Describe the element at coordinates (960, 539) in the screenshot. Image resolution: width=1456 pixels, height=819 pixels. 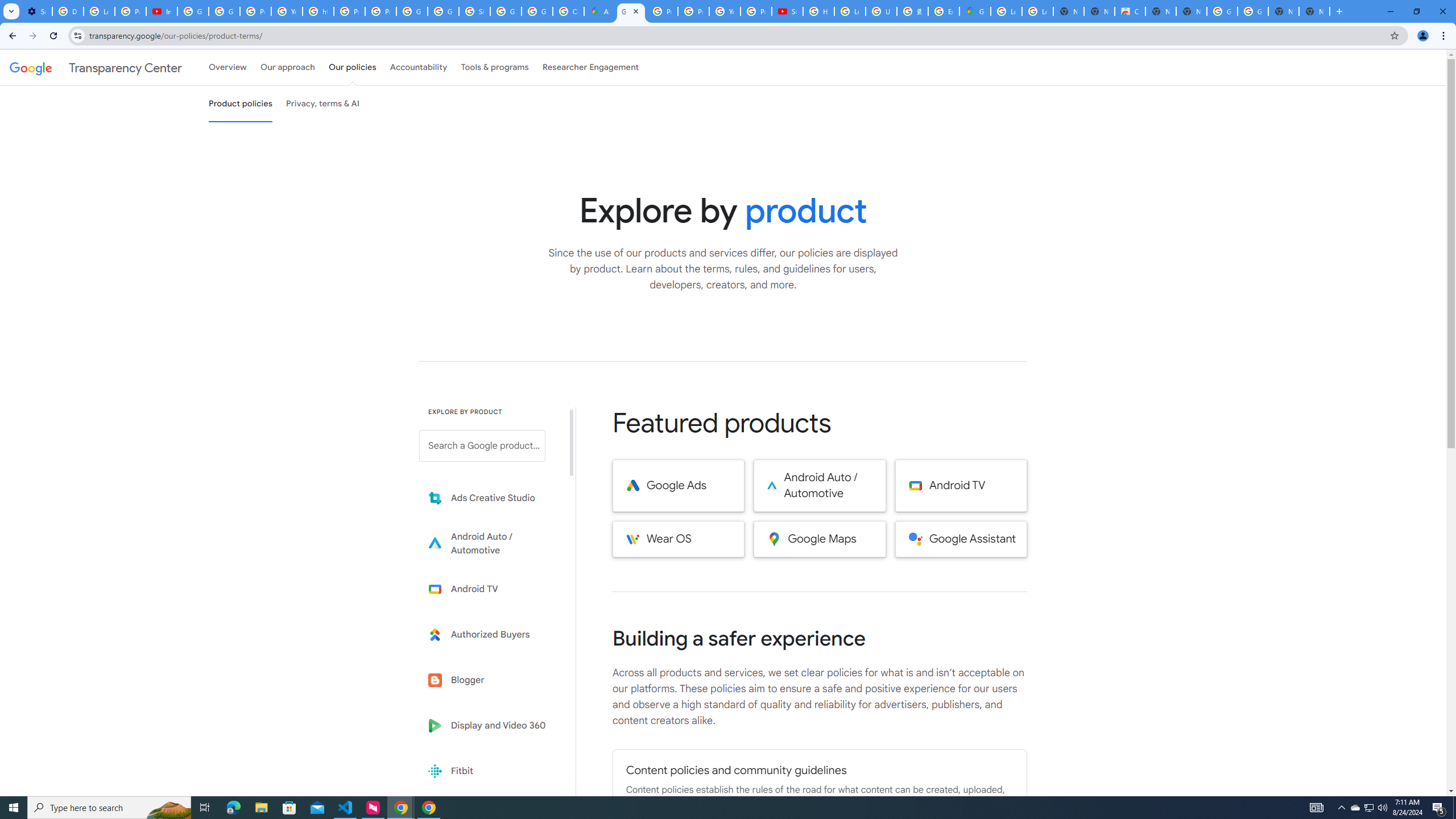
I see `'Google Assistant'` at that location.